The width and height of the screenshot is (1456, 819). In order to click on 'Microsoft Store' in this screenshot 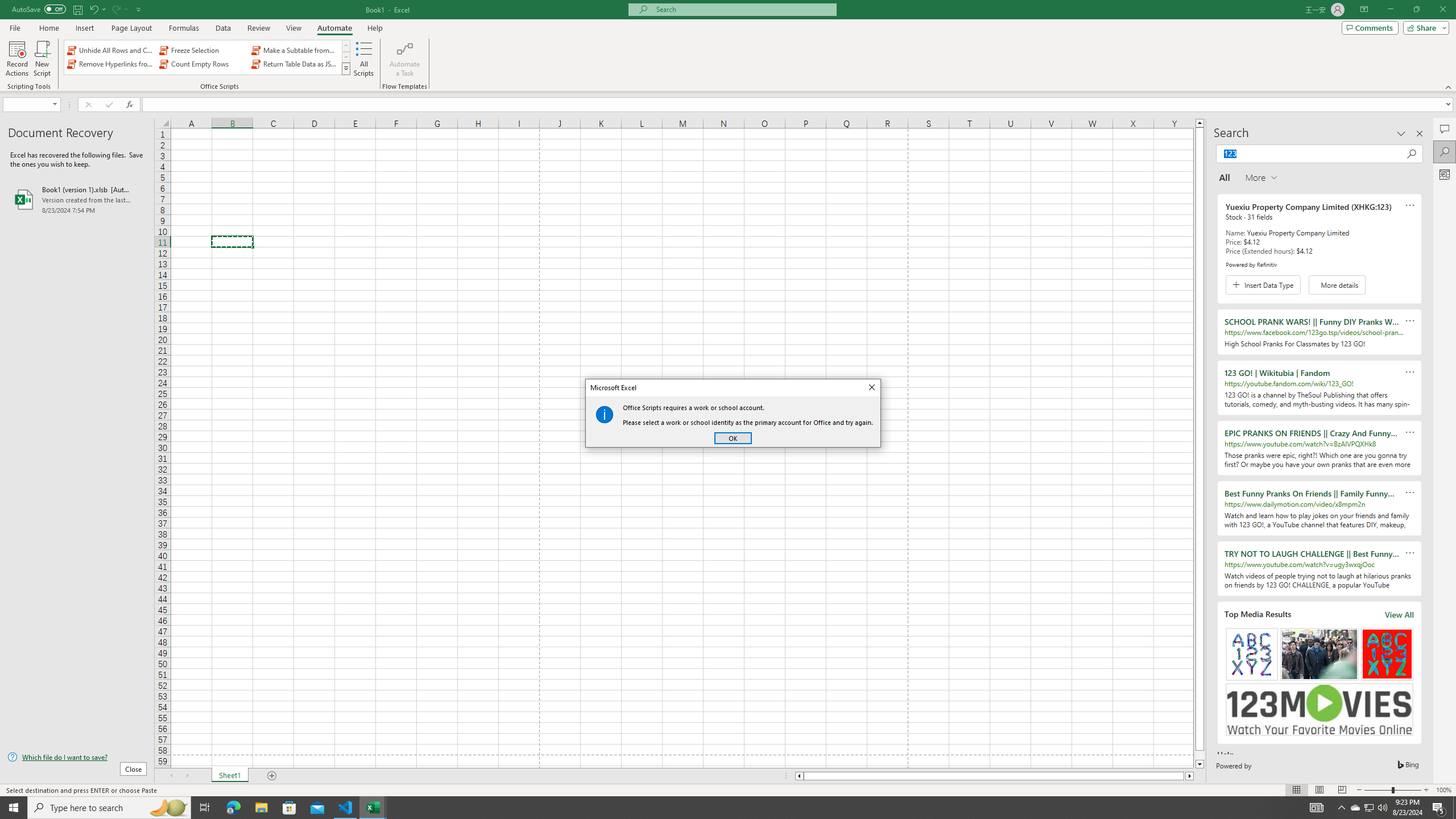, I will do `click(289, 806)`.